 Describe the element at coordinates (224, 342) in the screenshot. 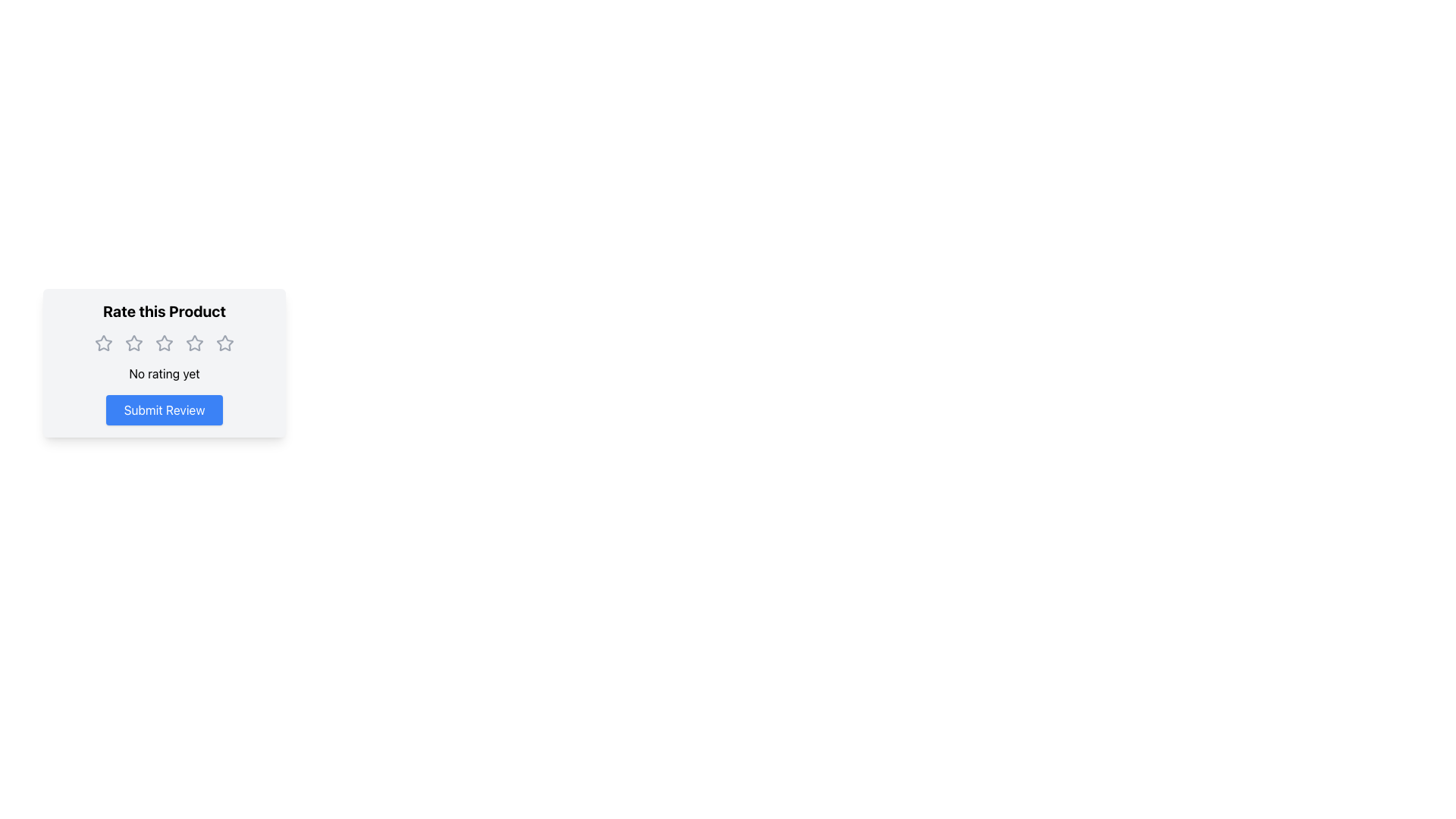

I see `the fifth star icon` at that location.